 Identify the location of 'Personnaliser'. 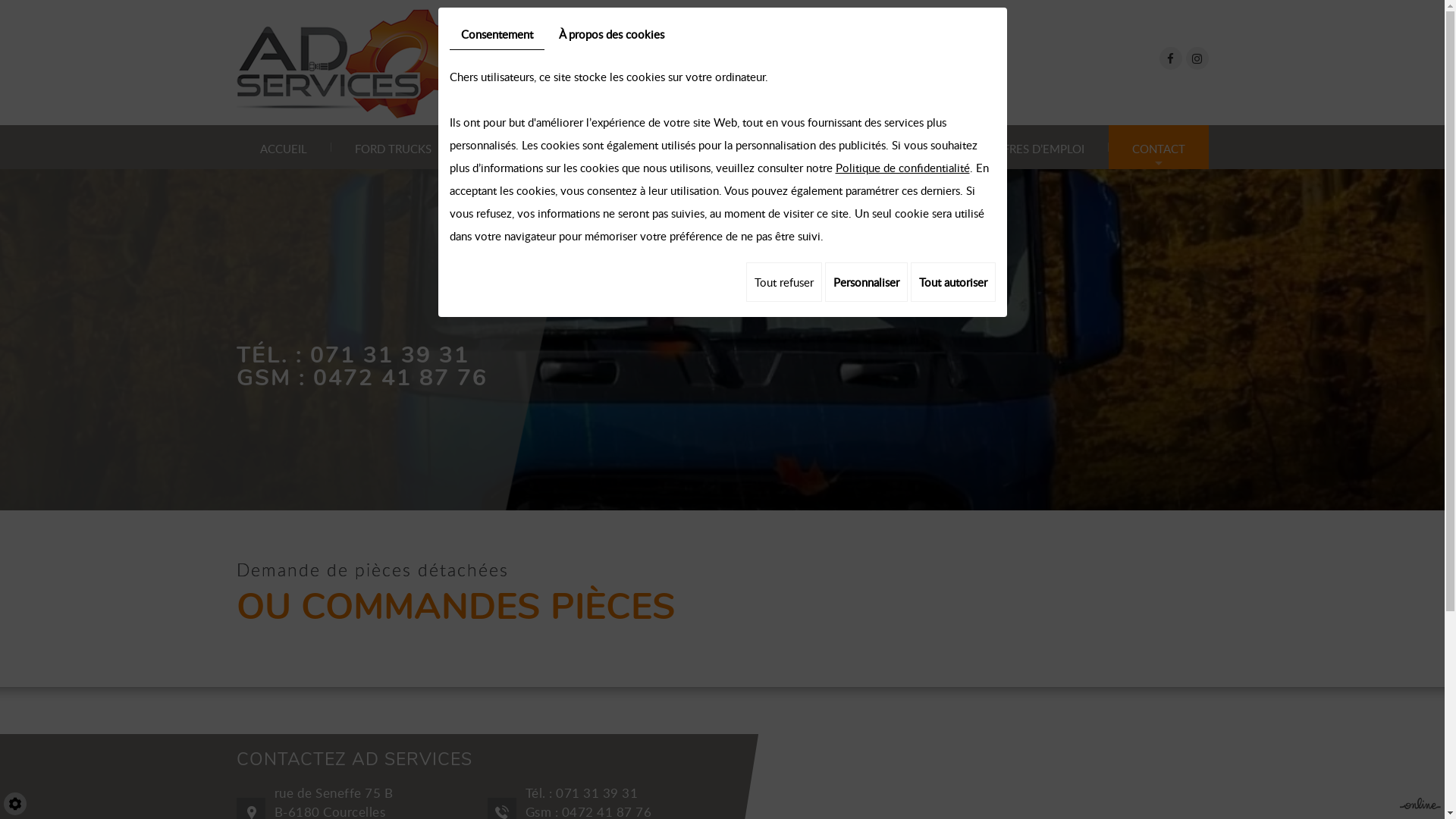
(866, 281).